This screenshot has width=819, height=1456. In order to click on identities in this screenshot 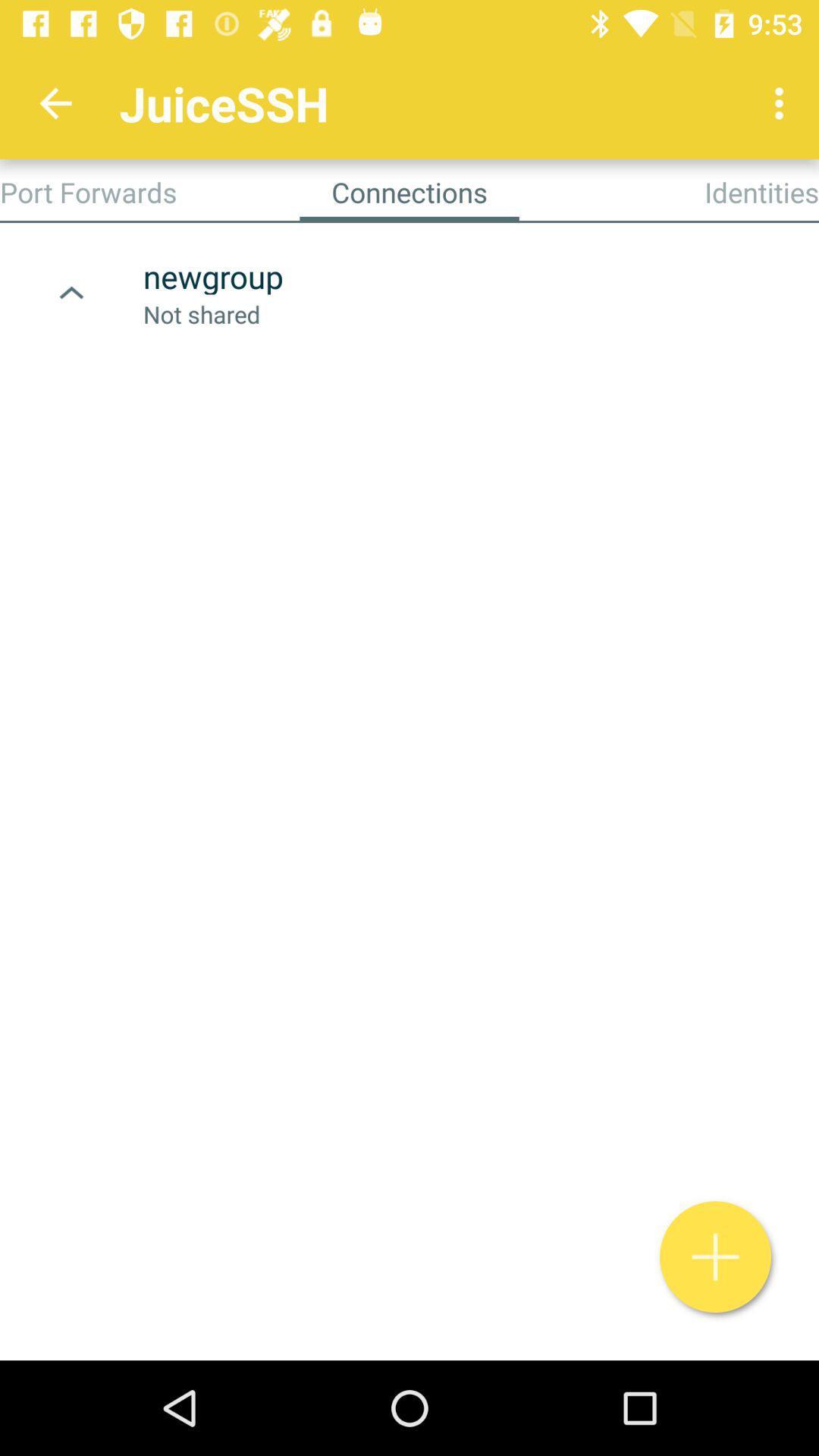, I will do `click(761, 191)`.